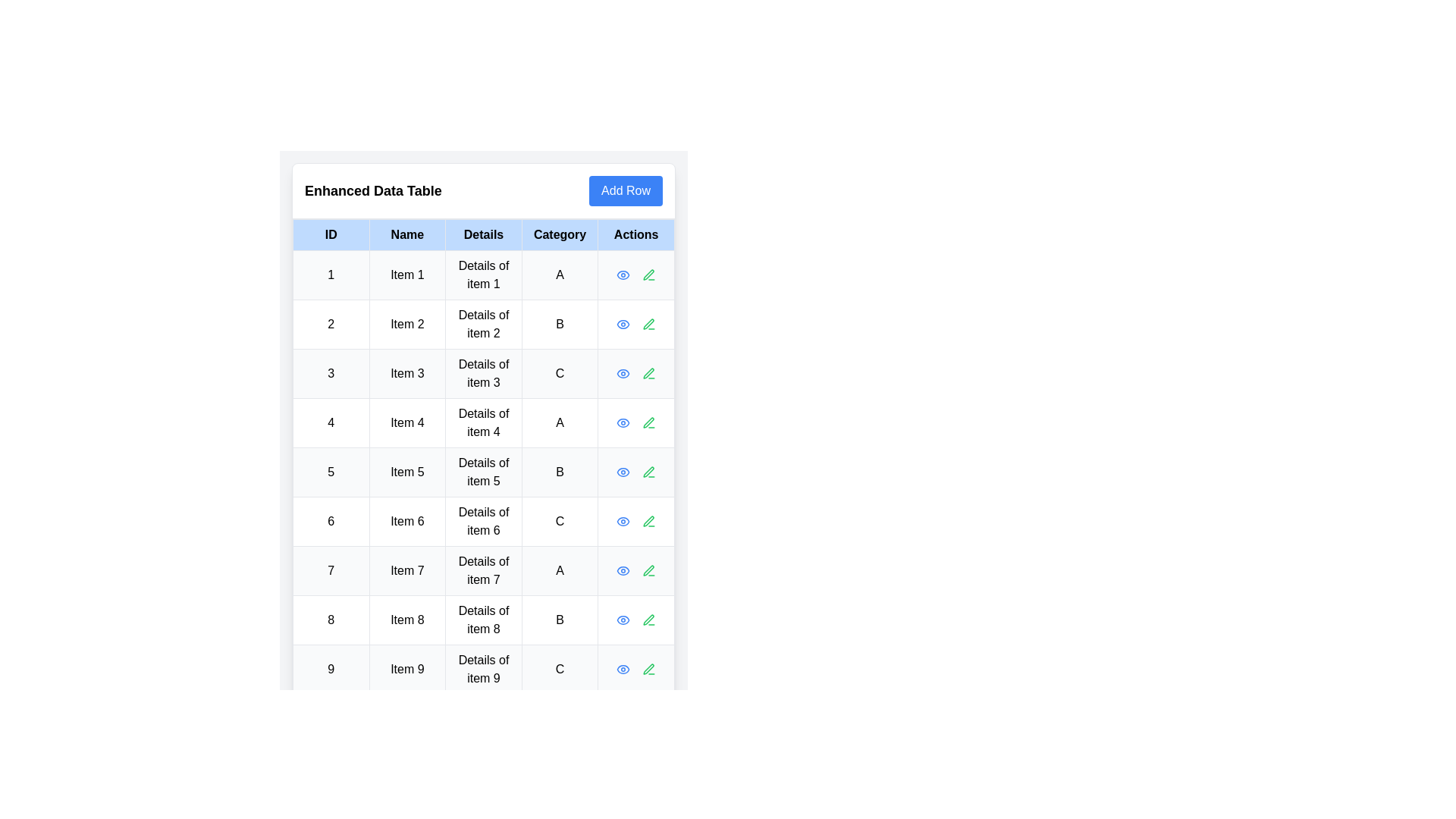 The height and width of the screenshot is (819, 1456). What do you see at coordinates (623, 620) in the screenshot?
I see `the blue eye icon located in the 'Actions' column of the eighth row of the data table` at bounding box center [623, 620].